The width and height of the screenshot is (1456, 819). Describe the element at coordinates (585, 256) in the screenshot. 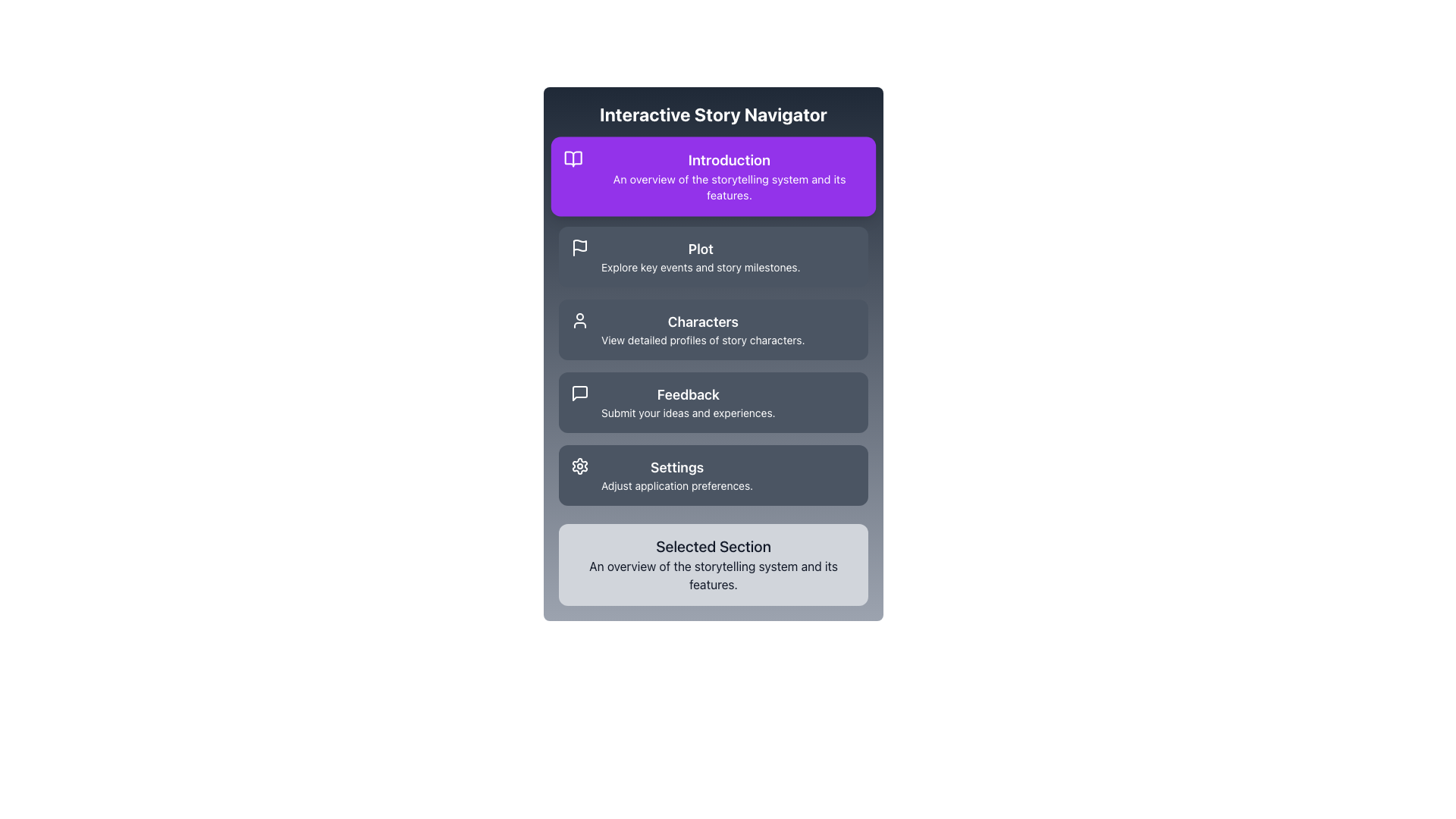

I see `the icon located in the top-left corner of the 'Plot' button, which serves as a visual indicator for the button's functionality` at that location.